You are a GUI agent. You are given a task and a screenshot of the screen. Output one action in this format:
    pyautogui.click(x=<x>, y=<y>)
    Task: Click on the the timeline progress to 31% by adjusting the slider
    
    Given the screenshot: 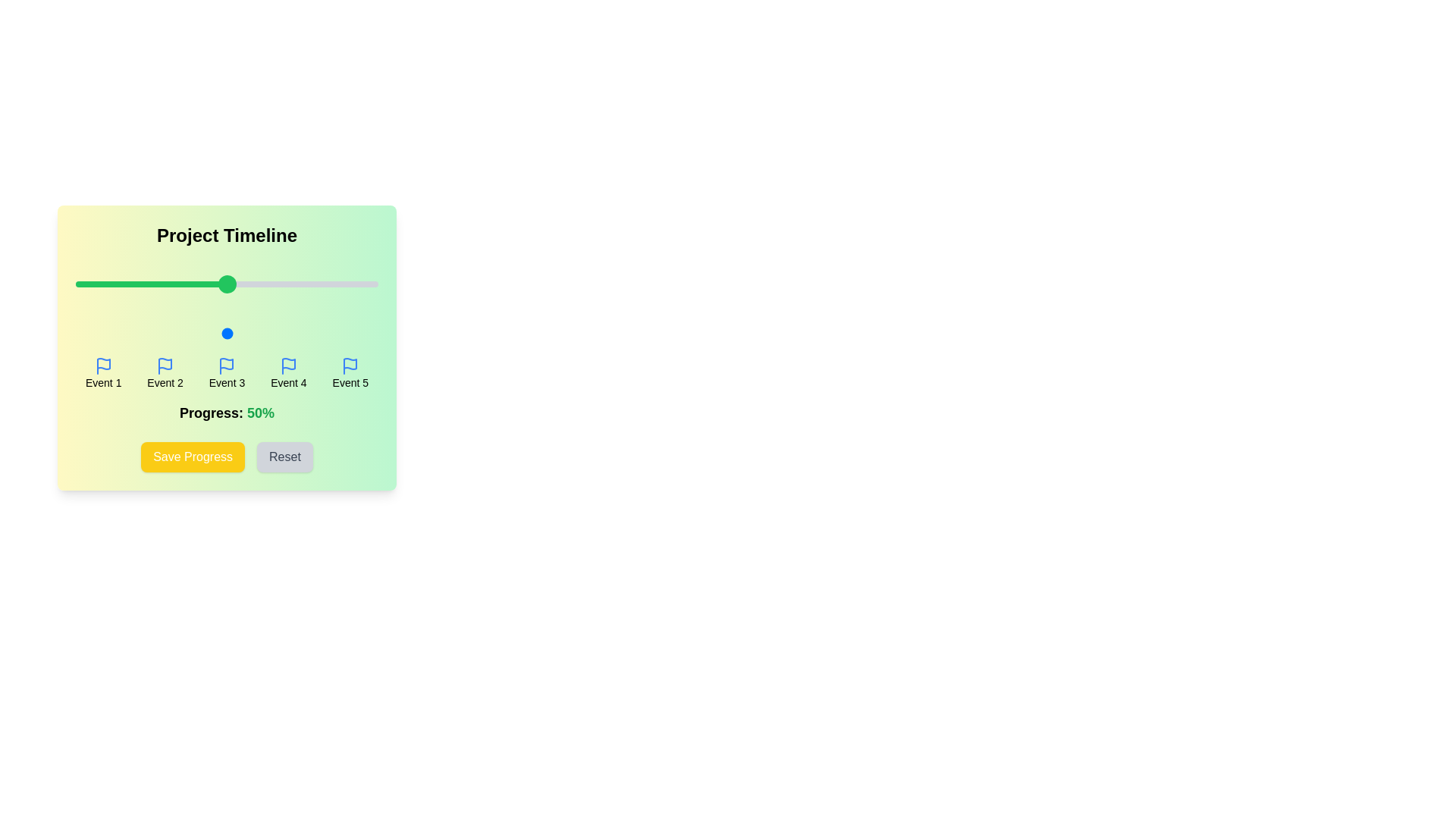 What is the action you would take?
    pyautogui.click(x=169, y=332)
    